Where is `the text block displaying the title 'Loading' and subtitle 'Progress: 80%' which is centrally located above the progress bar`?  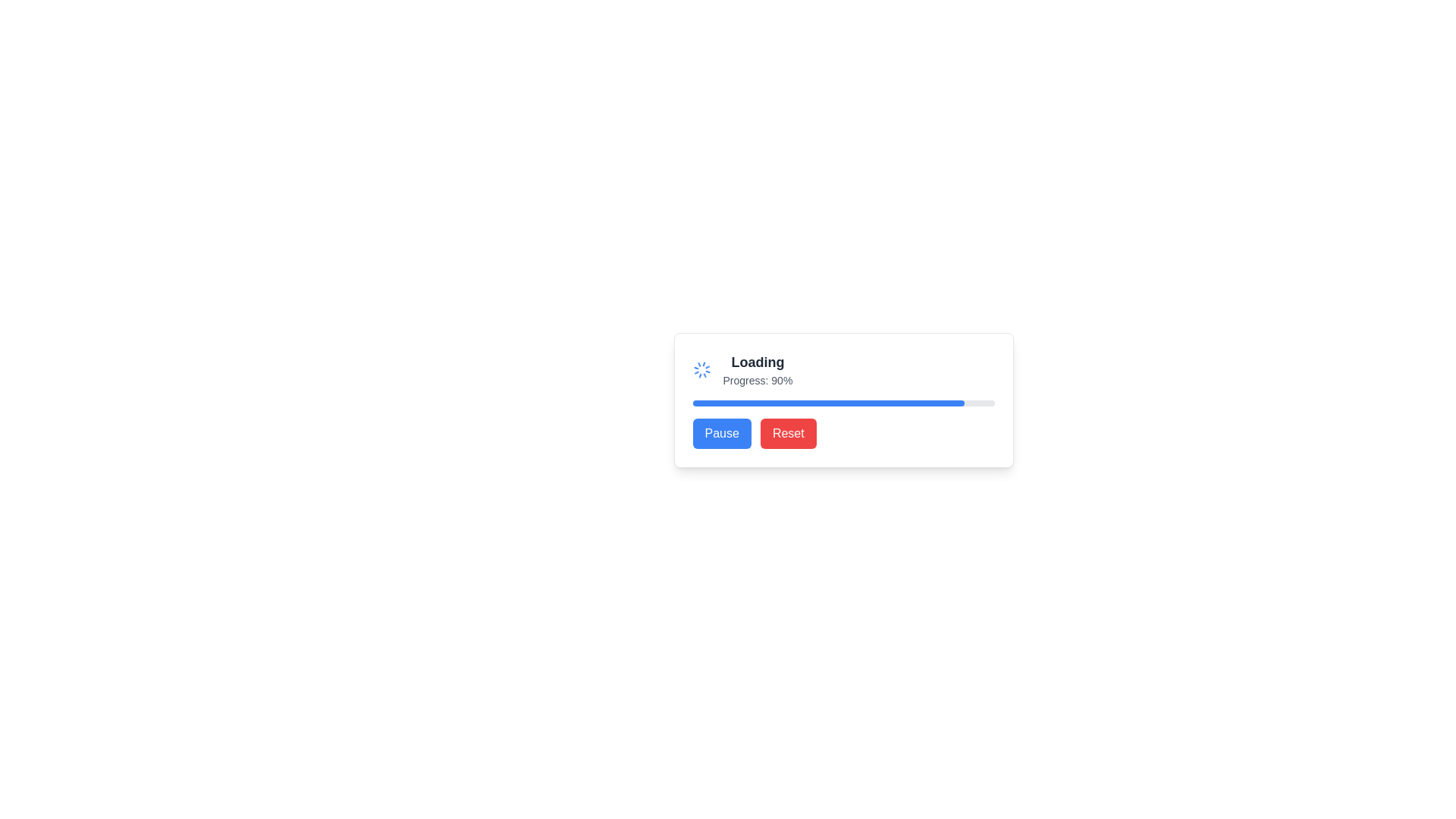 the text block displaying the title 'Loading' and subtitle 'Progress: 80%' which is centrally located above the progress bar is located at coordinates (758, 370).